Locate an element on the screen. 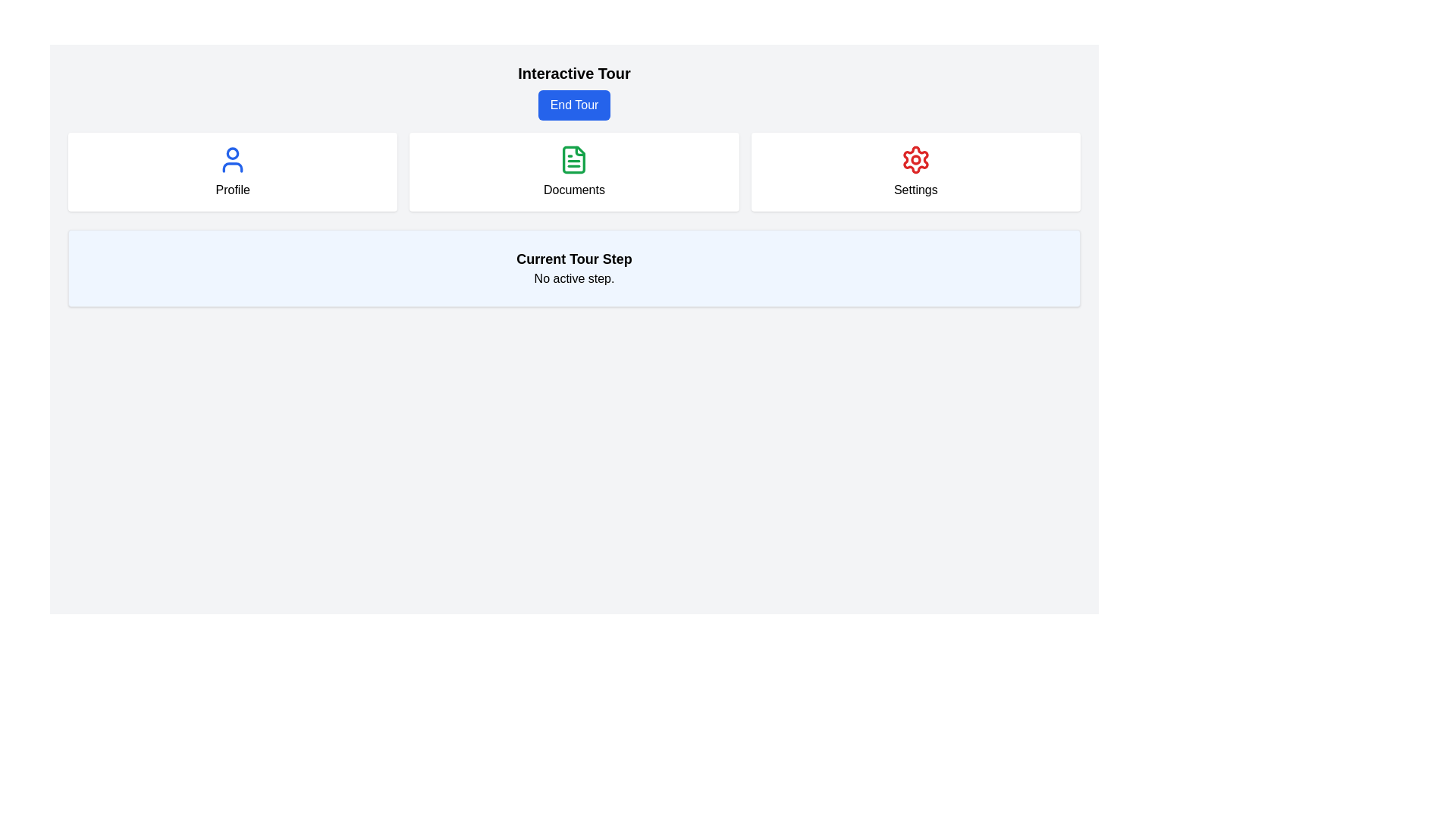 This screenshot has width=1456, height=819. the central part of the bold red gear icon within the settings card to interact with the settings functionality is located at coordinates (915, 160).